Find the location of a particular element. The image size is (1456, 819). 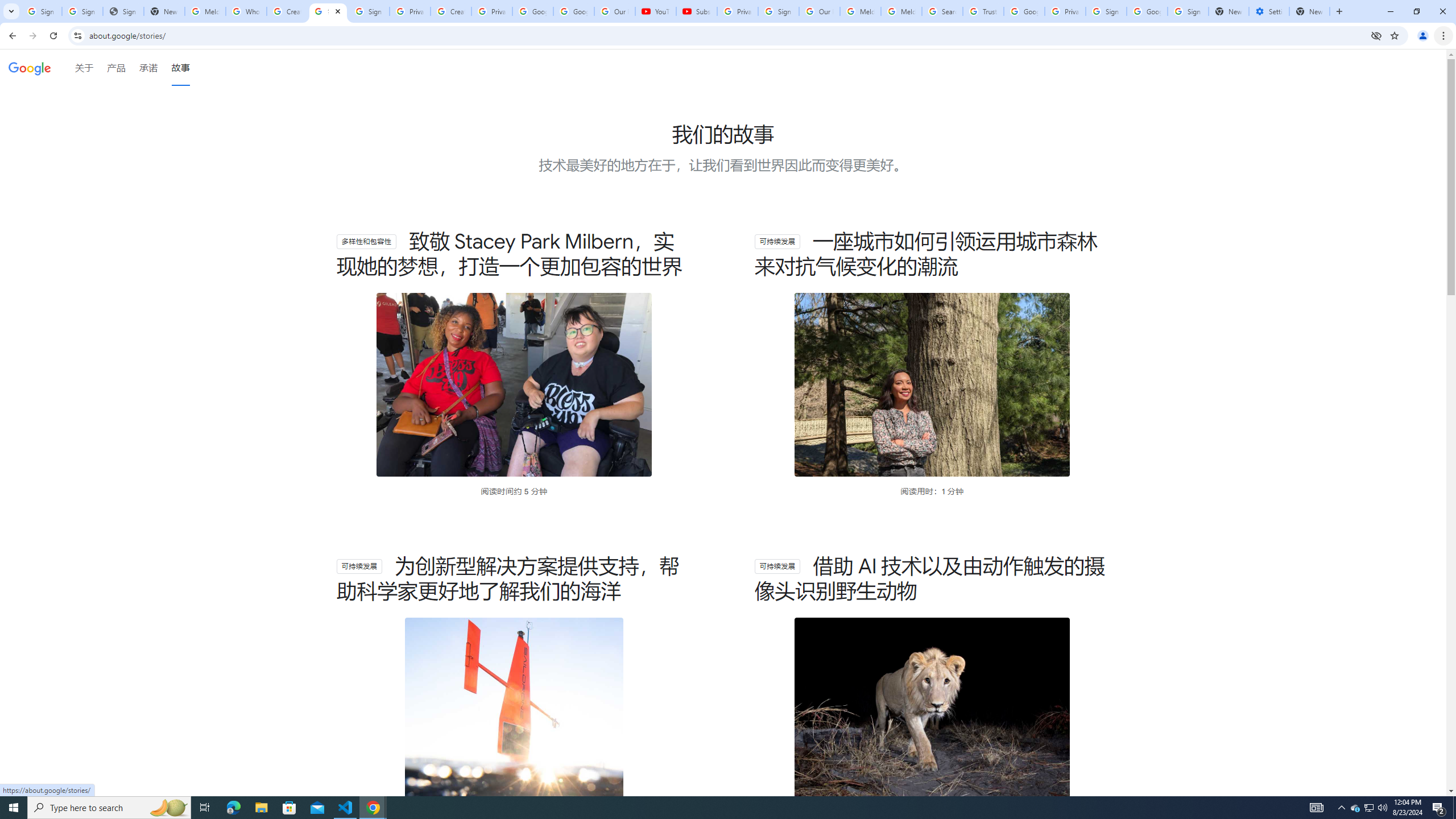

'Google Ads - Sign in' is located at coordinates (1023, 11).